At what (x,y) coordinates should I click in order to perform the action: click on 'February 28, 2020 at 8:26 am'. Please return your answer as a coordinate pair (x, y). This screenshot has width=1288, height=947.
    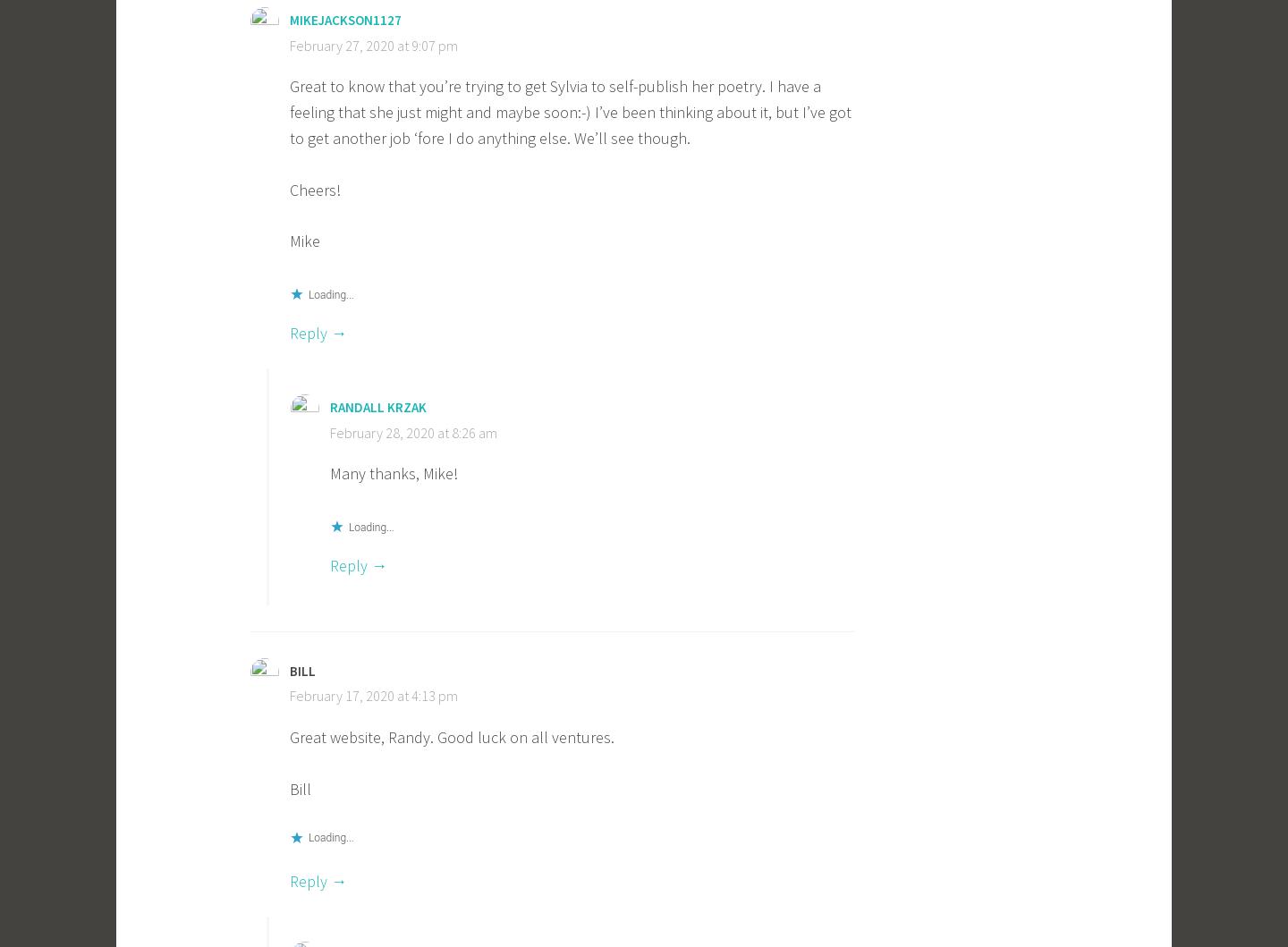
    Looking at the image, I should click on (413, 432).